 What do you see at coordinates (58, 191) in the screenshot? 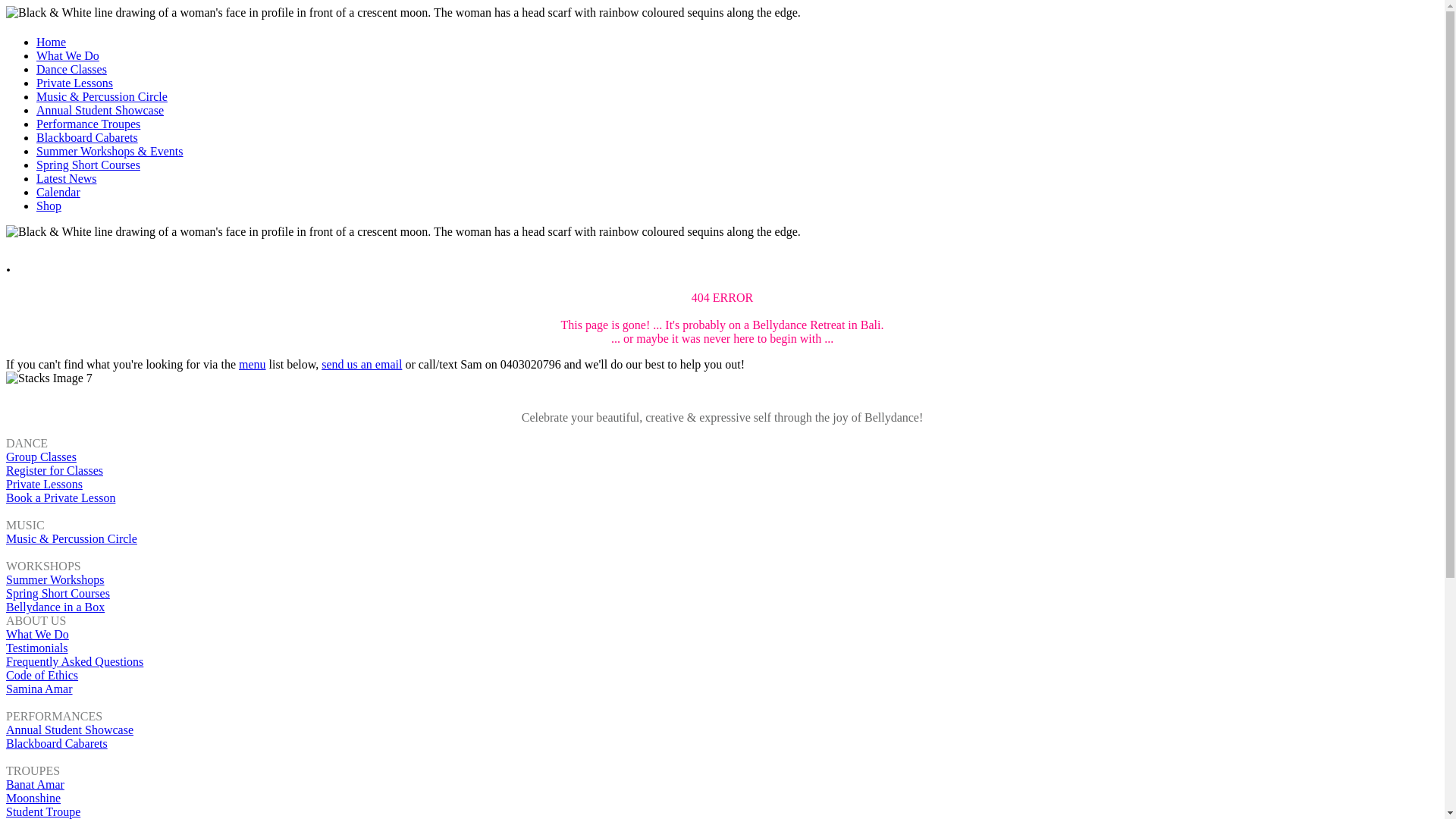
I see `'Calendar'` at bounding box center [58, 191].